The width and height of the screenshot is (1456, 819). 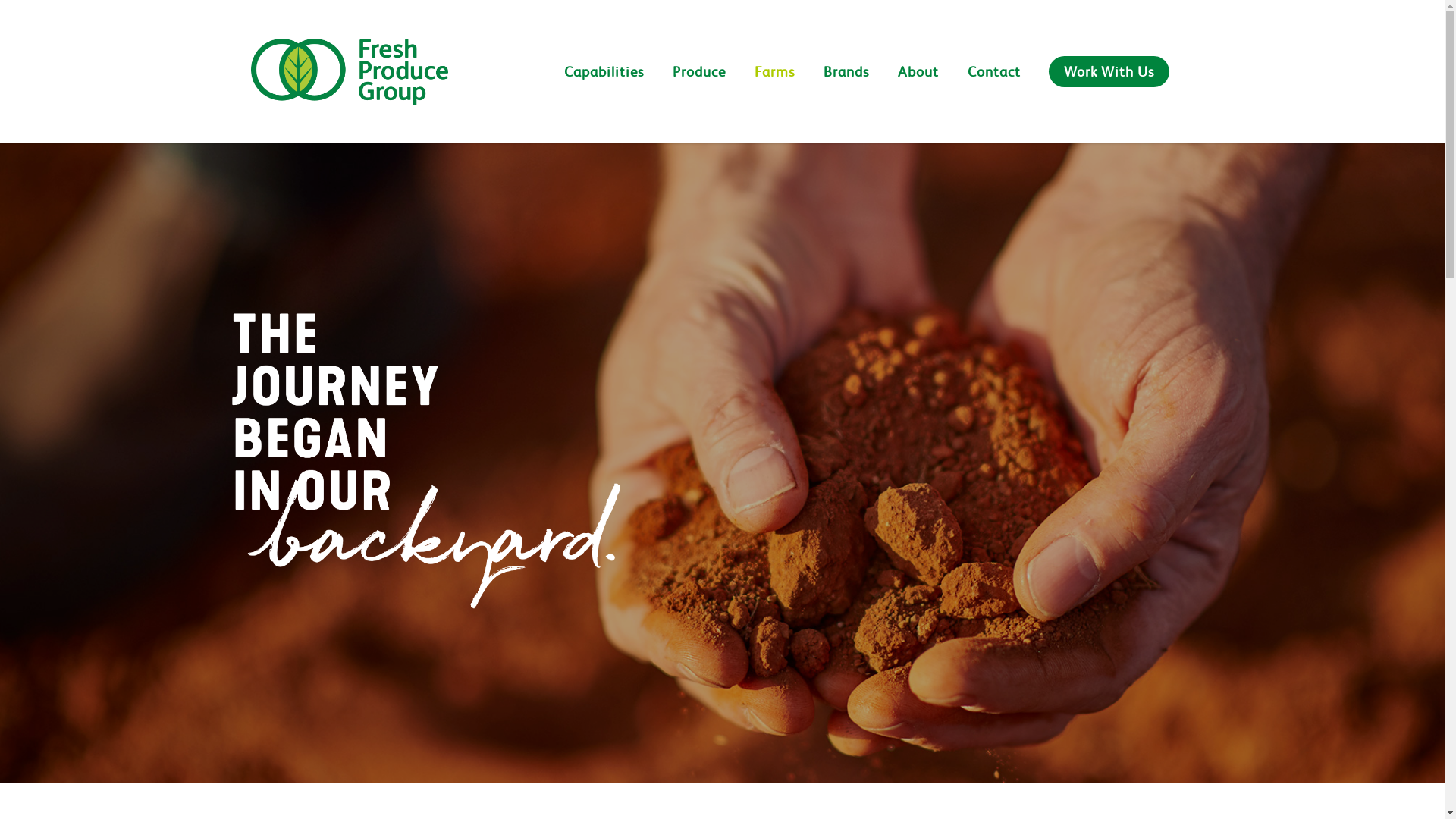 I want to click on 'Farms', so click(x=774, y=90).